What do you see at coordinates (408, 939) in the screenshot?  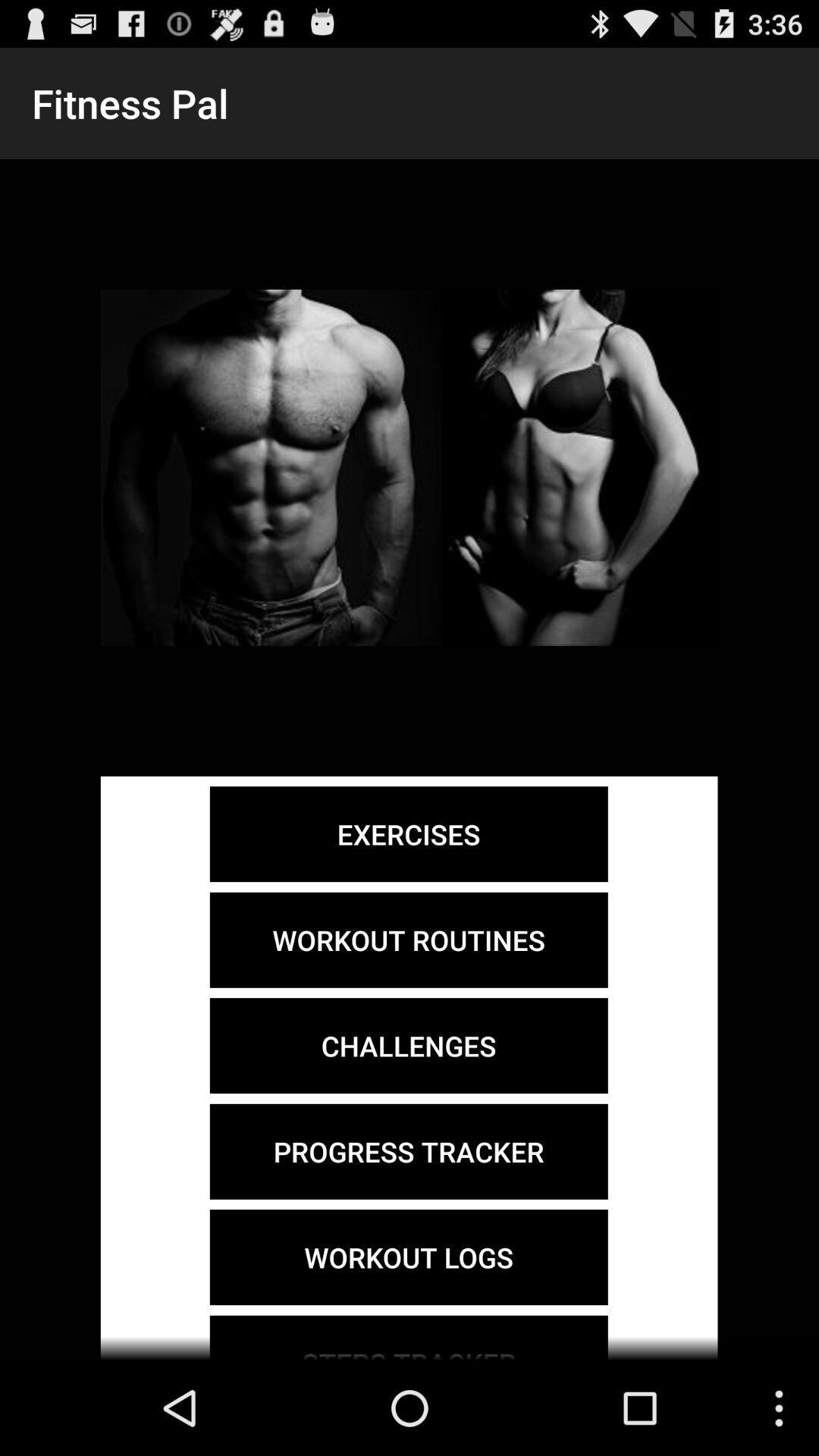 I see `workout routines item` at bounding box center [408, 939].